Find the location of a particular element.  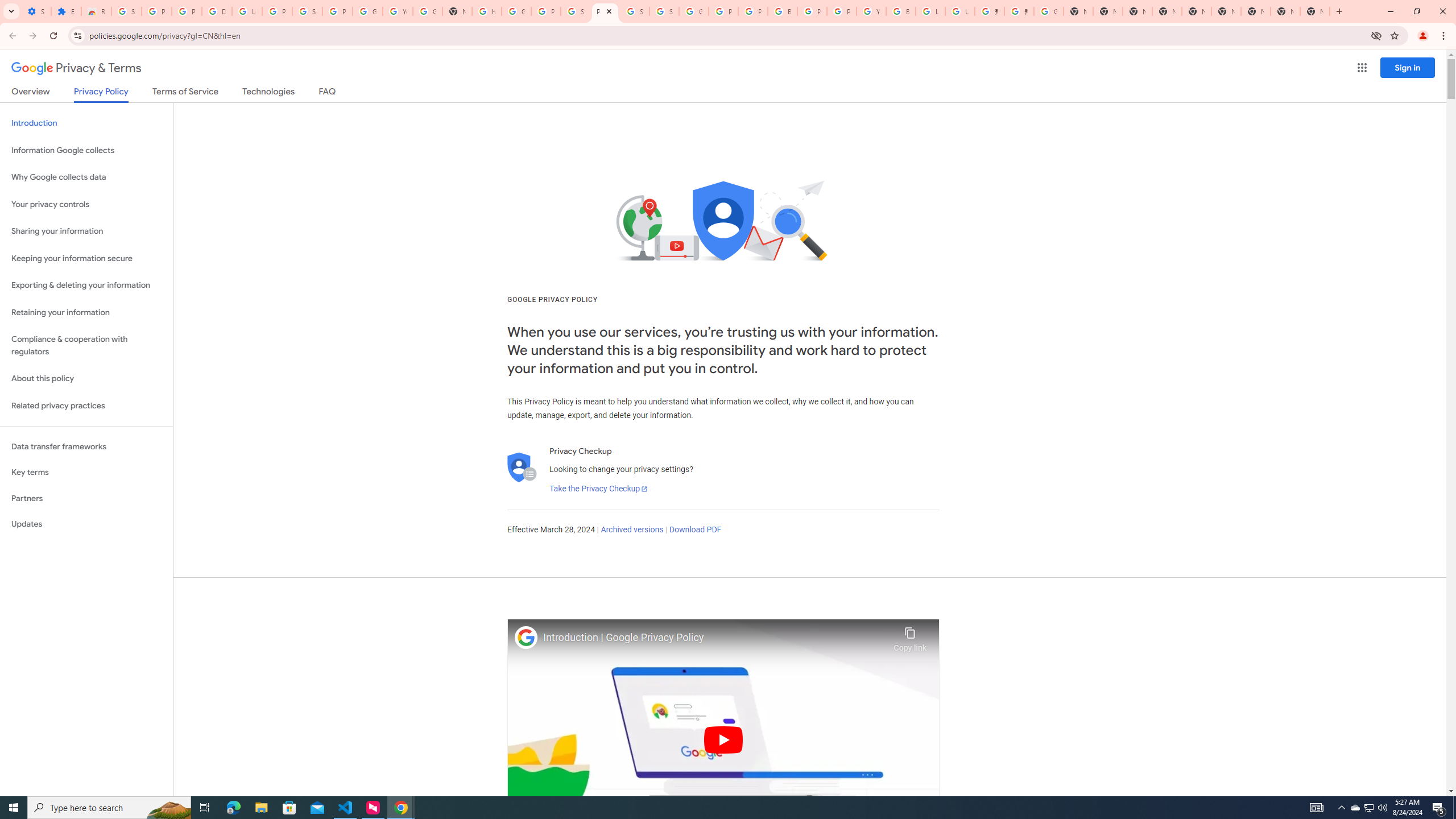

'Delete photos & videos - Computer - Google Photos Help' is located at coordinates (216, 11).